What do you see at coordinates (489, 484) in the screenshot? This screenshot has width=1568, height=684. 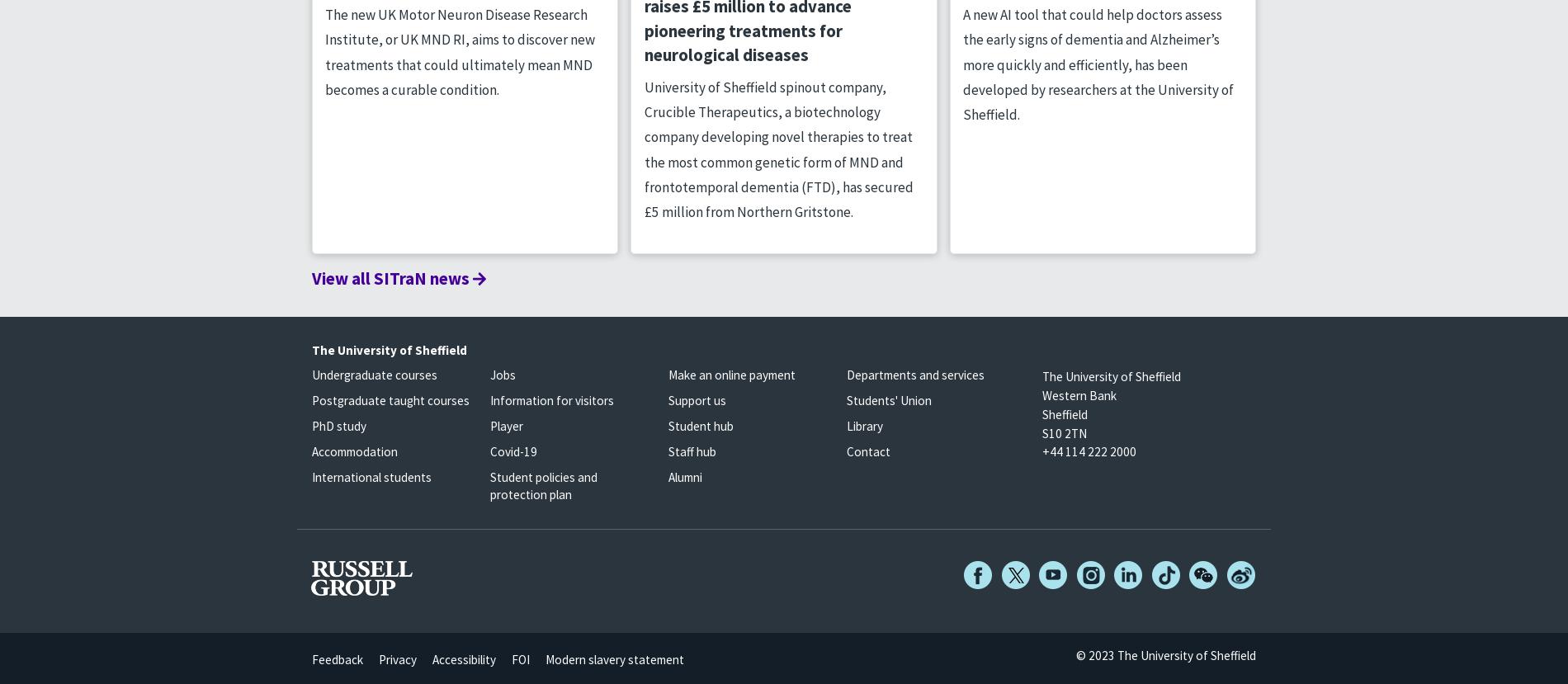 I see `'Student policies and protection plan'` at bounding box center [489, 484].